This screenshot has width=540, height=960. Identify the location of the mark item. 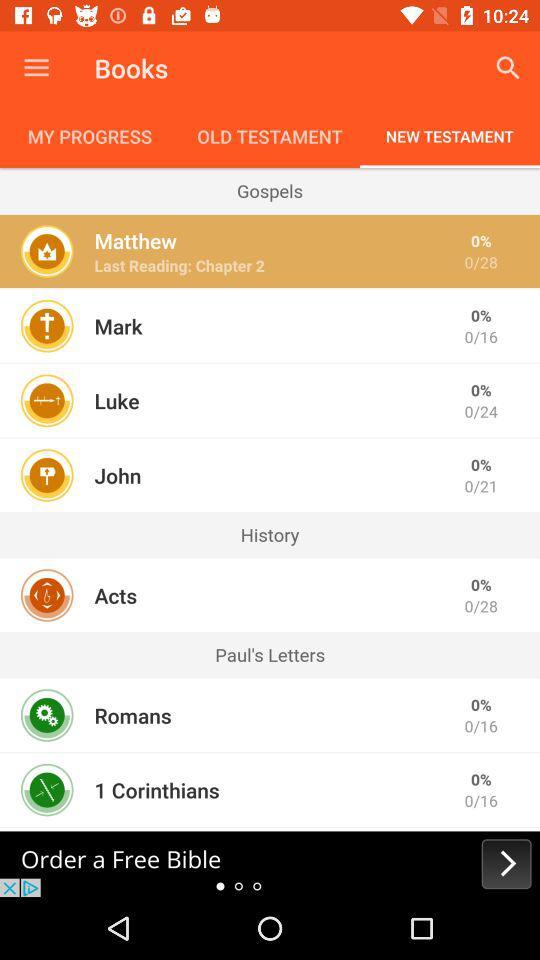
(118, 326).